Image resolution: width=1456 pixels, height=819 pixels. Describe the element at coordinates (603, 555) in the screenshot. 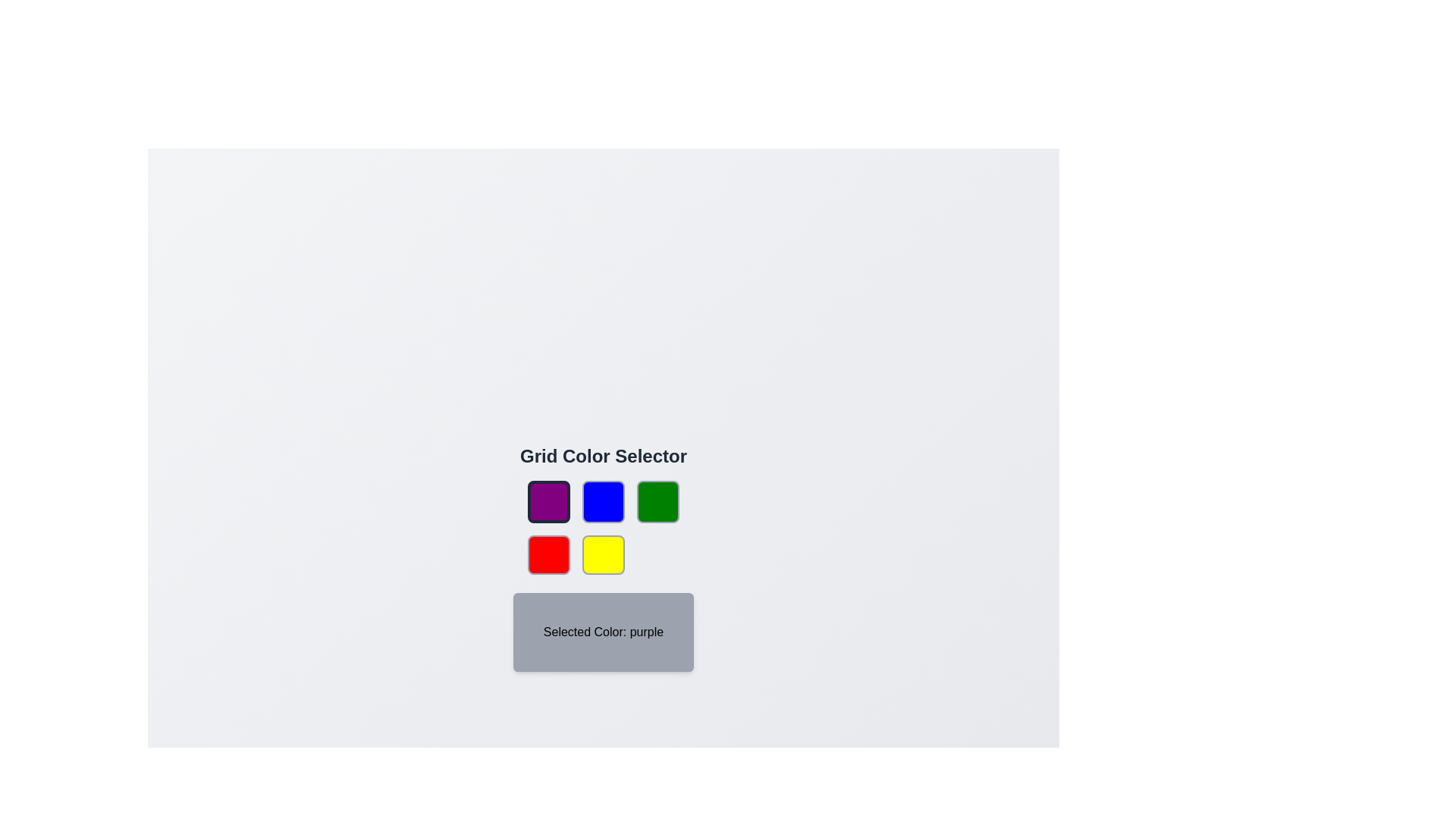

I see `the color button corresponding to yellow` at that location.